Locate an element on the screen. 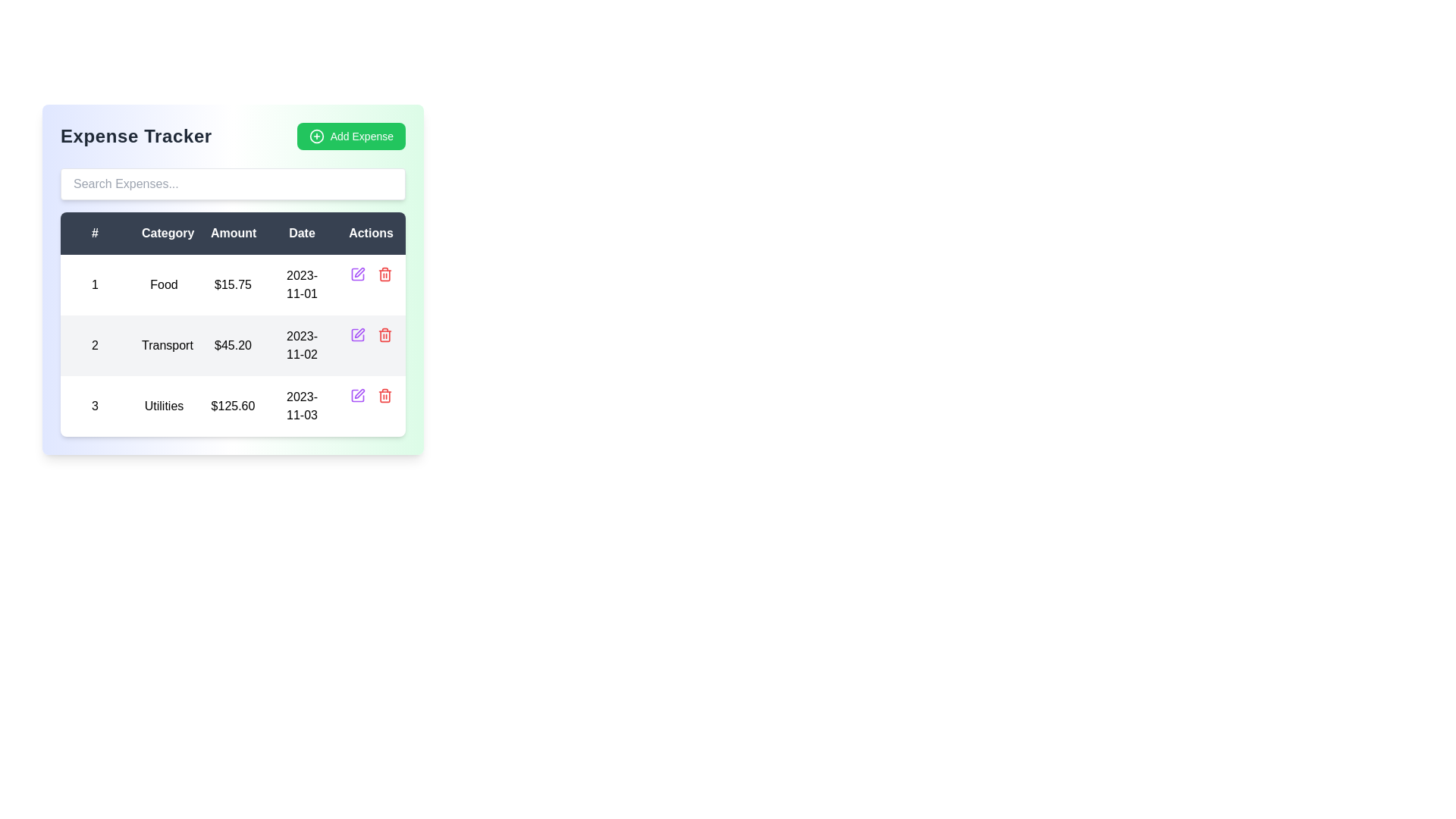 The image size is (1456, 819). the plus-circle icon located in the top-right corner of the interface, which is inside a green button adjacent to the text 'Add Expense', to initiate the addition of an expense is located at coordinates (315, 136).